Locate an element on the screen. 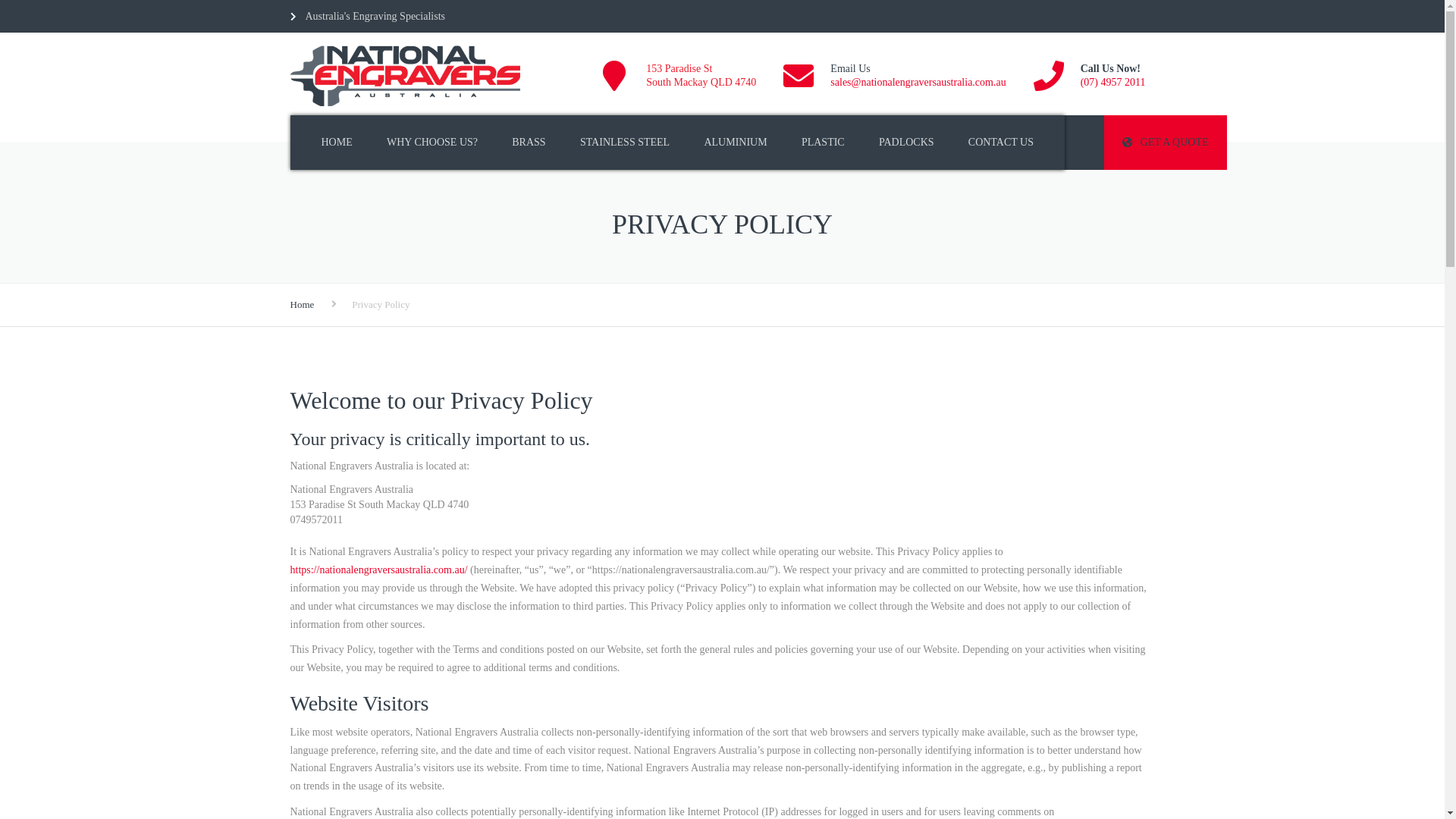 This screenshot has width=1456, height=819. '(07) 4957 2011' is located at coordinates (1113, 82).